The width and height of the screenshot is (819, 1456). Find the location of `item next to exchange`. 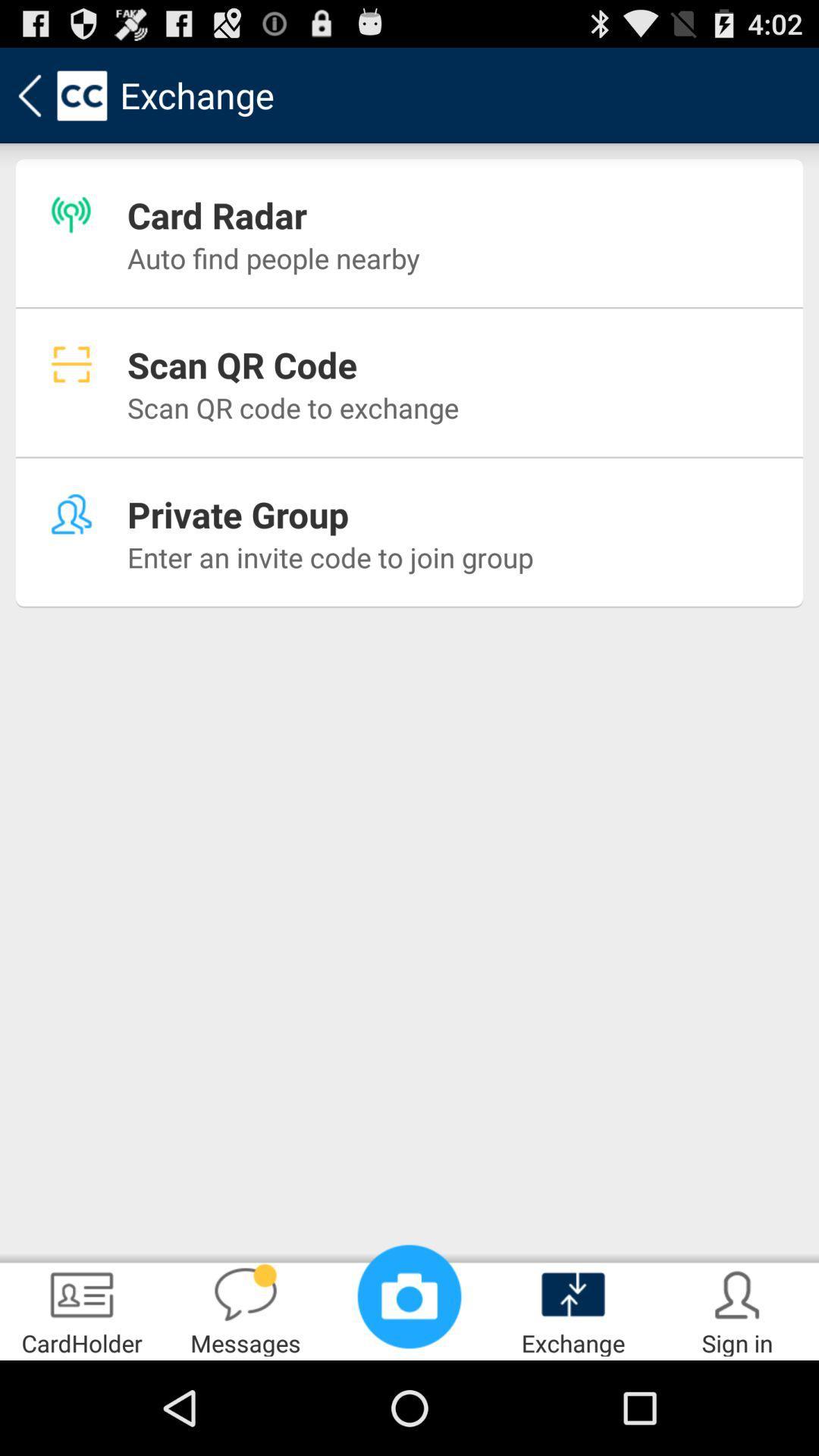

item next to exchange is located at coordinates (409, 1295).